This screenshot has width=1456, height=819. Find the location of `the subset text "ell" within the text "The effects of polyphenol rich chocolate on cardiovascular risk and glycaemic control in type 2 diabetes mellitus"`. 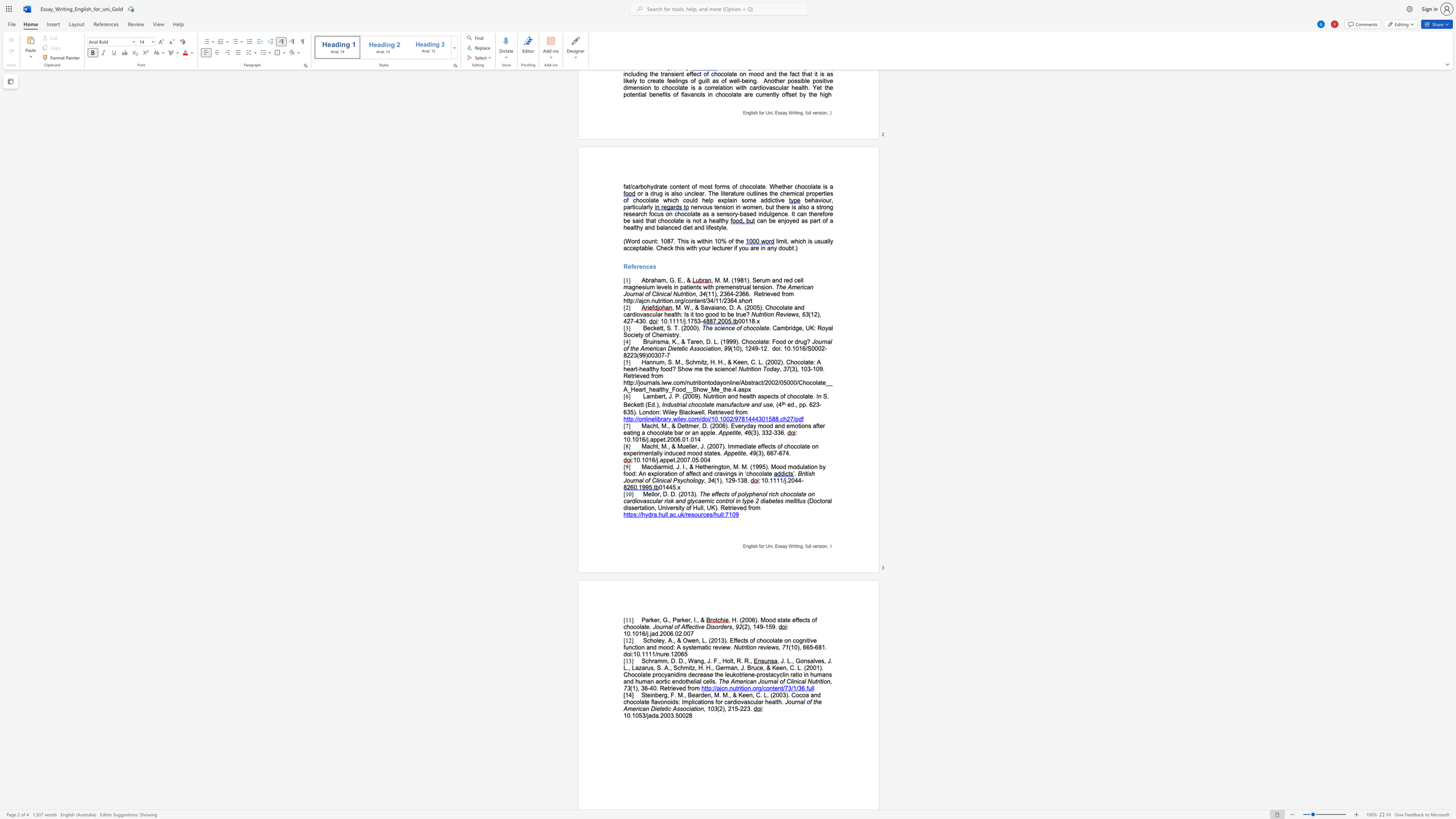

the subset text "ell" within the text "The effects of polyphenol rich chocolate on cardiovascular risk and glycaemic control in type 2 diabetes mellitus" is located at coordinates (790, 500).